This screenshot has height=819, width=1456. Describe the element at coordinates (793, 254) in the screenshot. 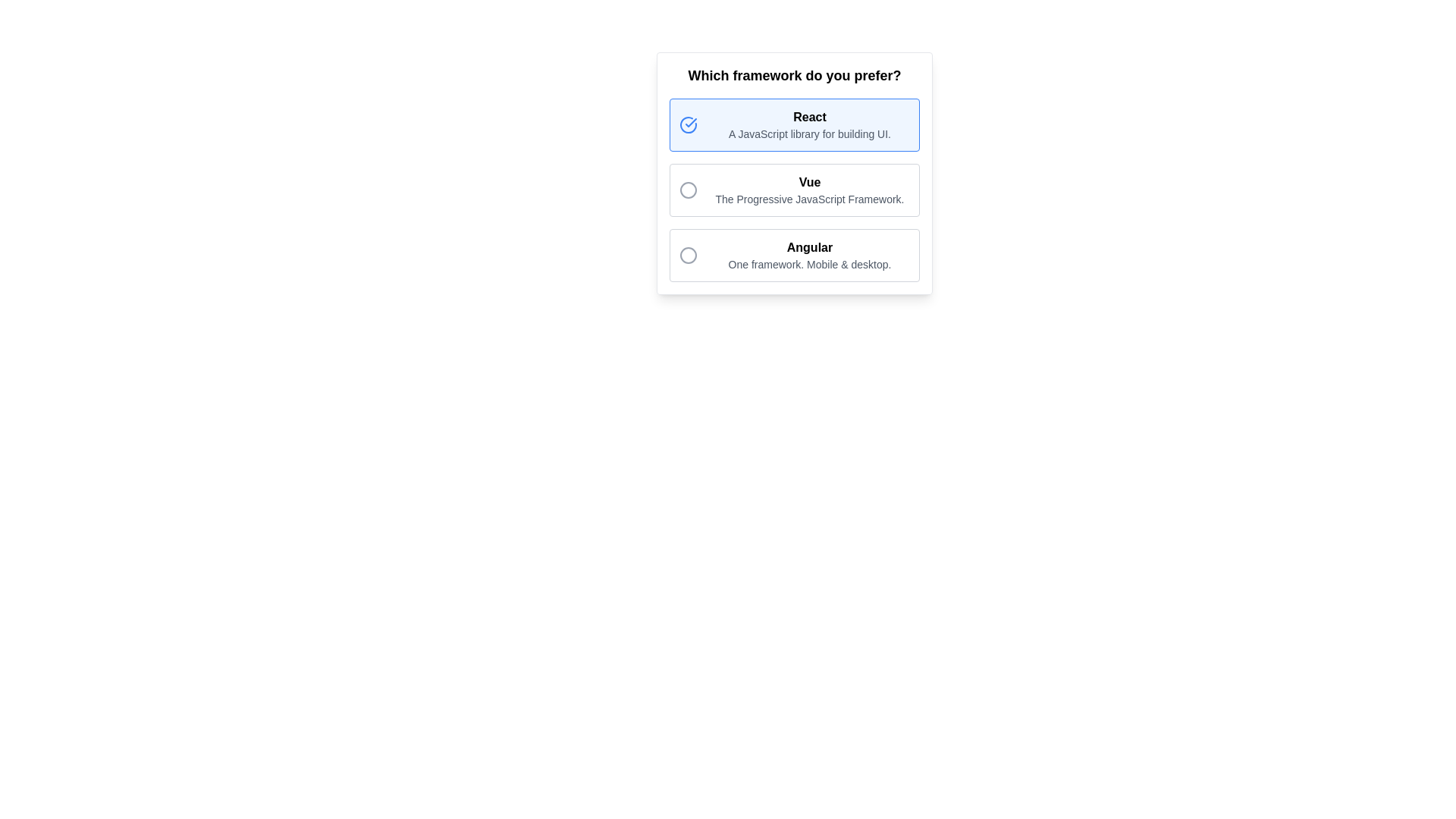

I see `the 'Angular' radio button option, which is the third selectable item under the heading 'Which framework do you prefer?'` at that location.